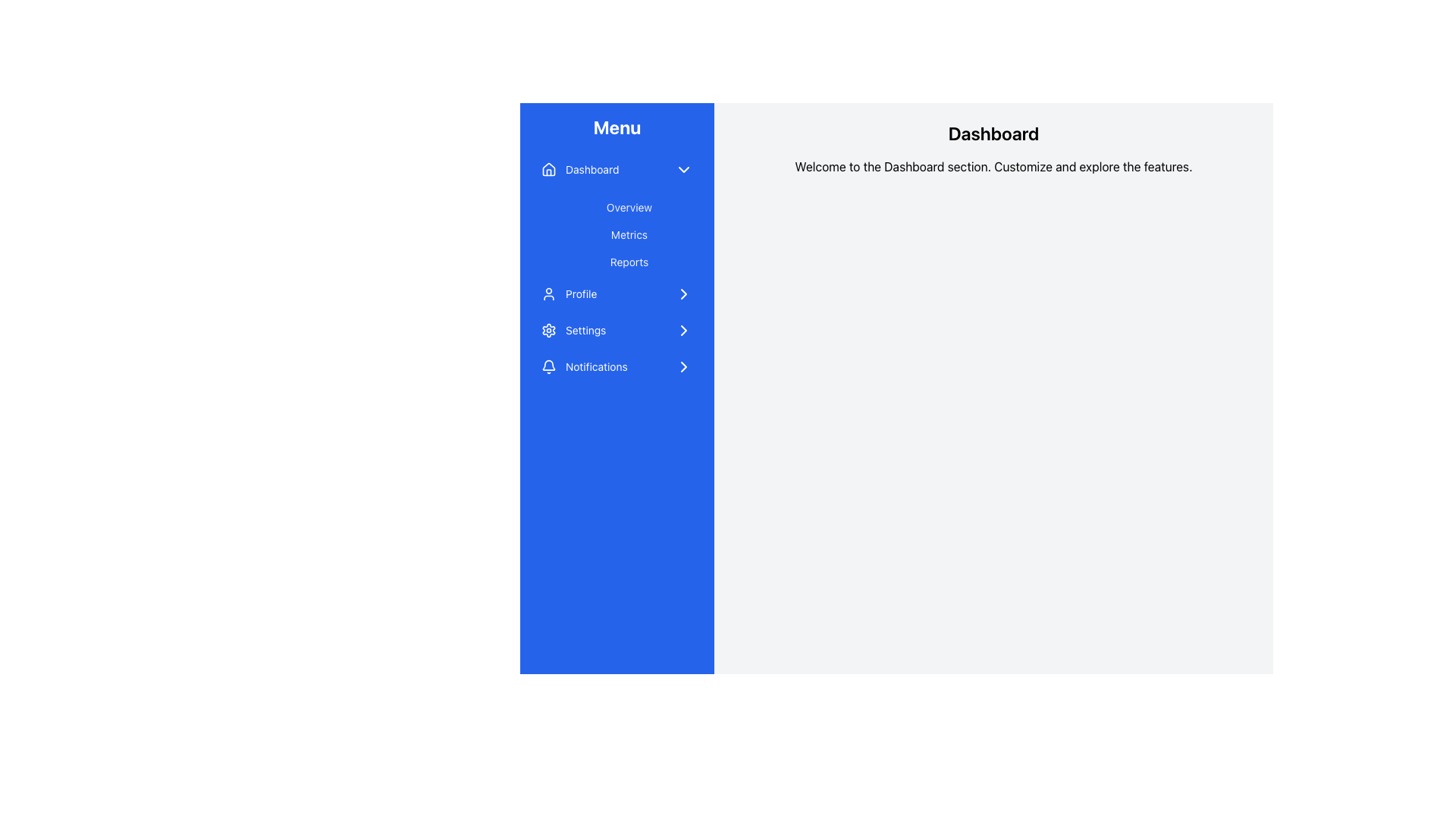 Image resolution: width=1456 pixels, height=819 pixels. What do you see at coordinates (591, 169) in the screenshot?
I see `the text label displaying 'Dashboard' in a sans-serif font, located in the blue sidebar on the left, positioned below the 'Menu' heading and above the links 'Overview', 'Metrics', and 'Reports'` at bounding box center [591, 169].